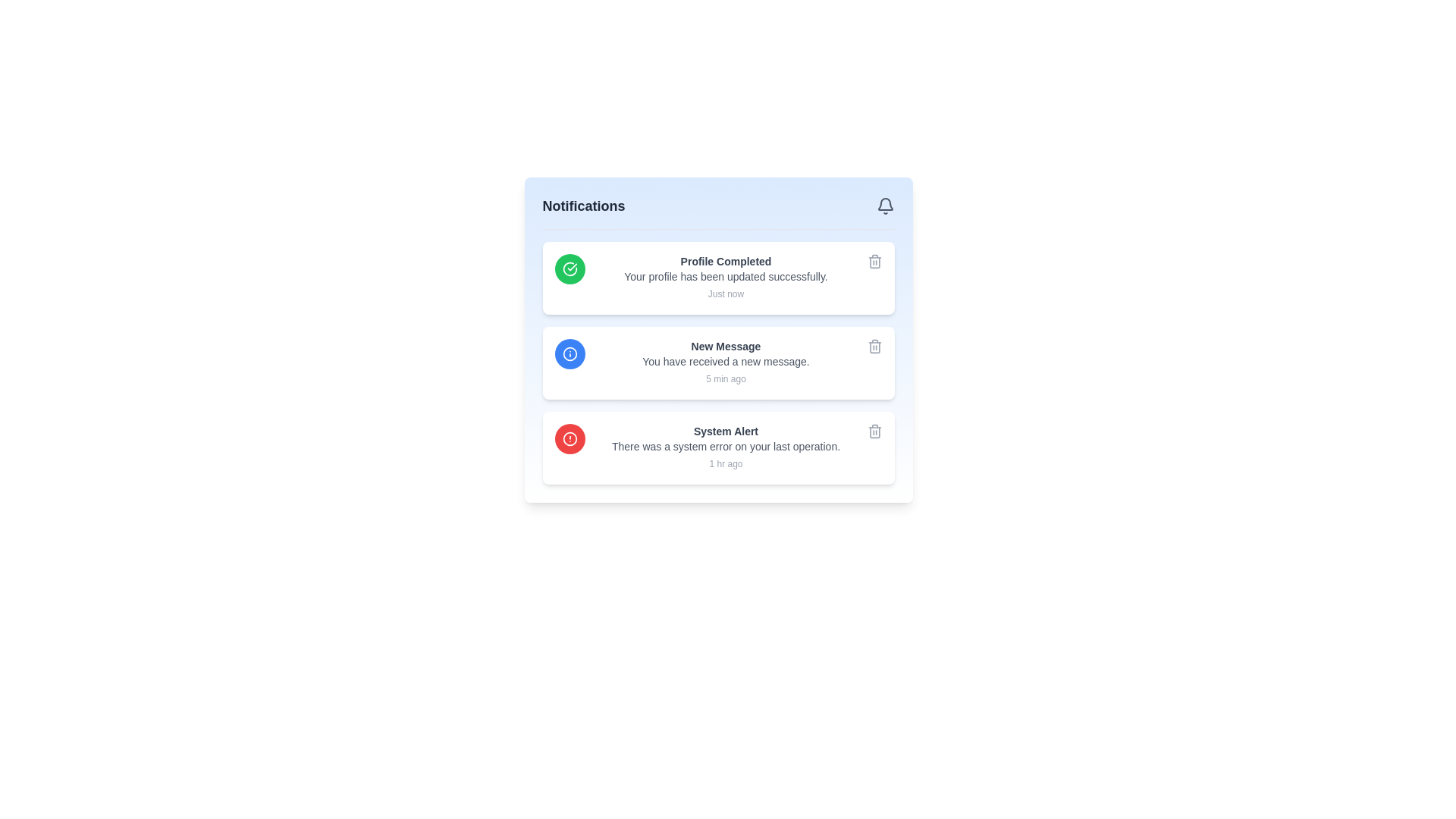  I want to click on the textual content block of the third notification entry that provides details about an issue encountered during the user's operation, so click(725, 447).